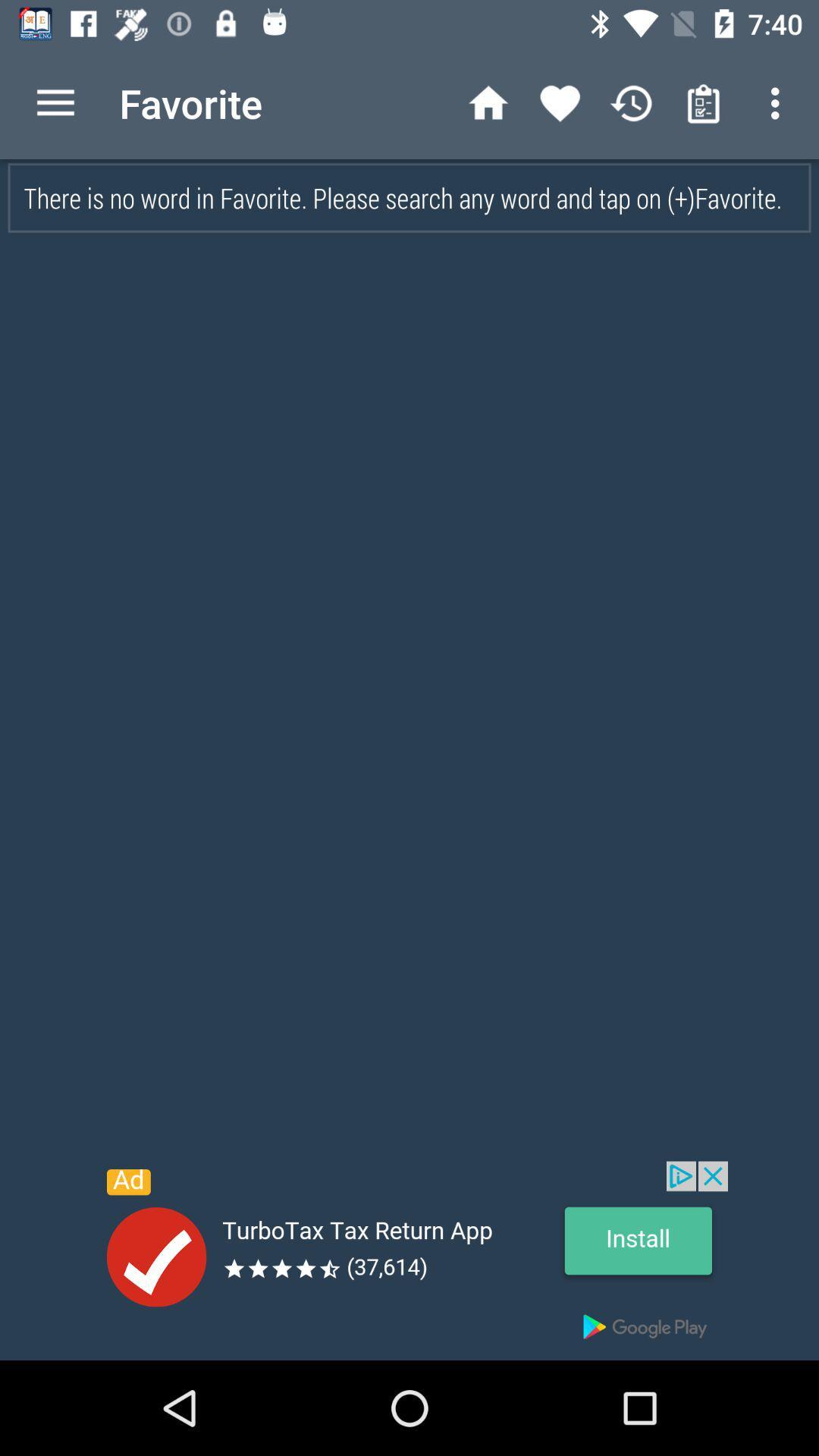  I want to click on advertisement, so click(409, 1260).